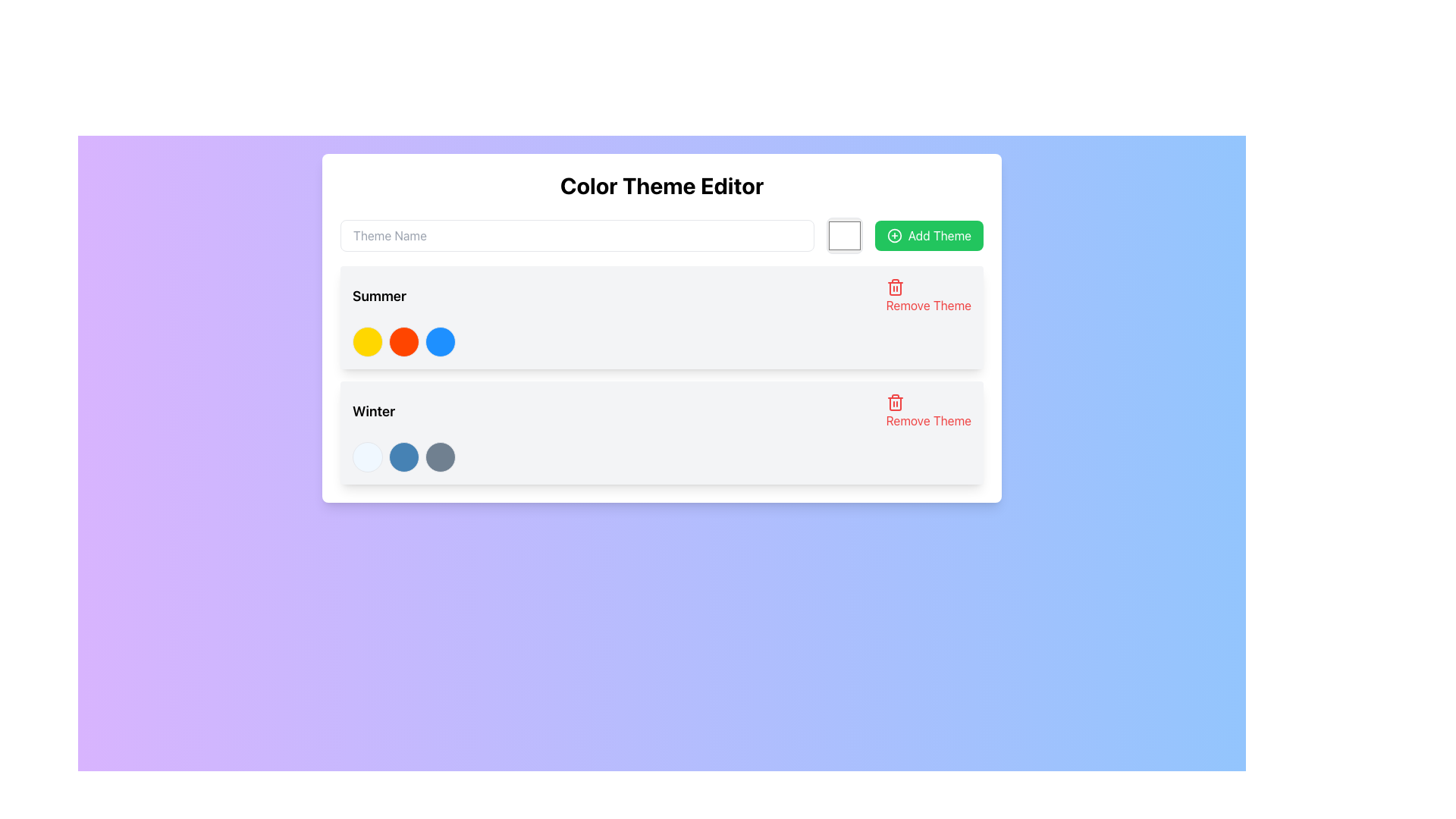 This screenshot has width=1456, height=819. Describe the element at coordinates (662, 185) in the screenshot. I see `prominent heading text 'Color Theme Editor' displayed in bold at the top center of the card interface` at that location.